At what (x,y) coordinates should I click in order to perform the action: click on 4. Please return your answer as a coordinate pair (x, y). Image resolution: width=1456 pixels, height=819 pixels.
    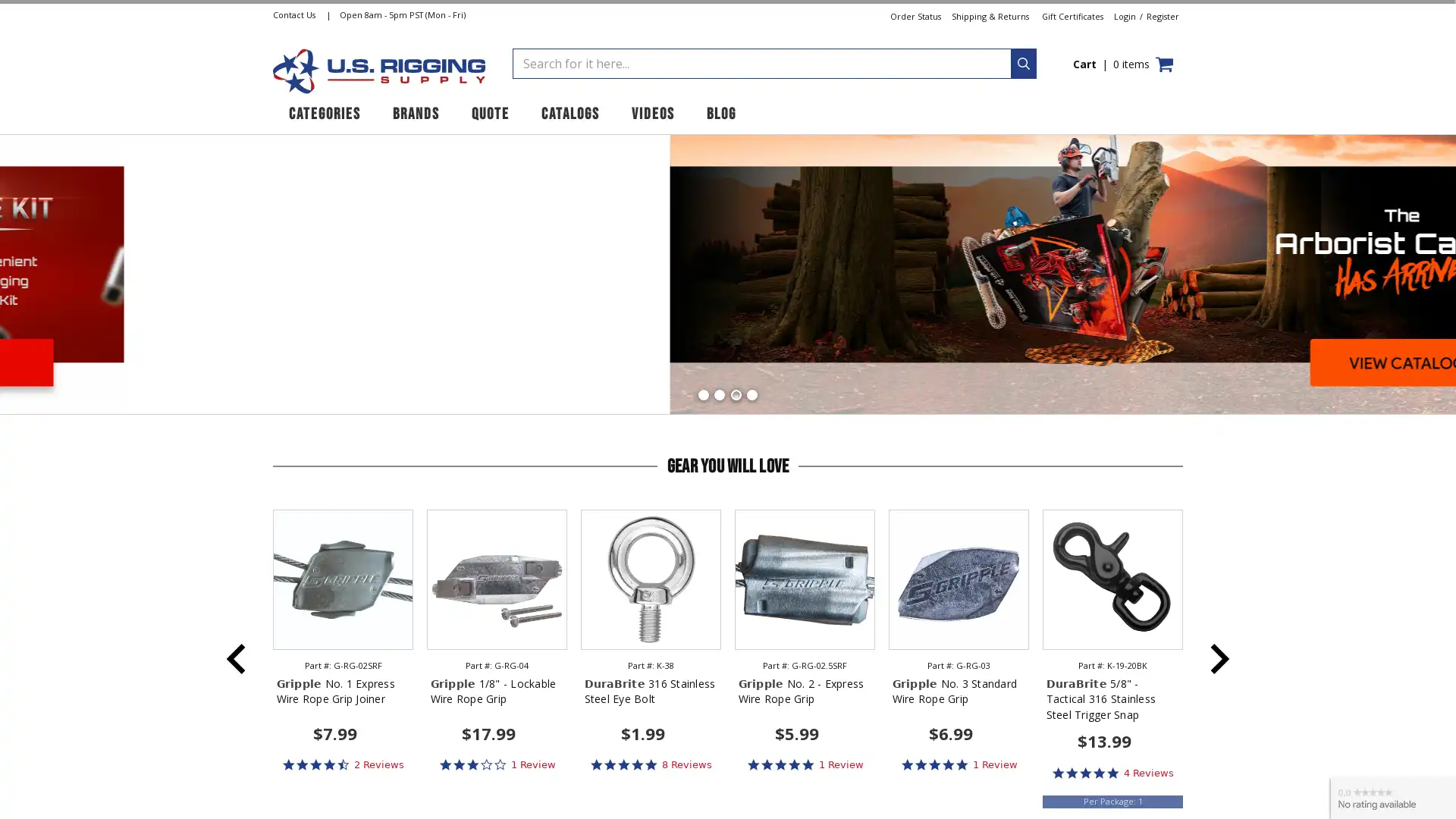
    Looking at the image, I should click on (751, 394).